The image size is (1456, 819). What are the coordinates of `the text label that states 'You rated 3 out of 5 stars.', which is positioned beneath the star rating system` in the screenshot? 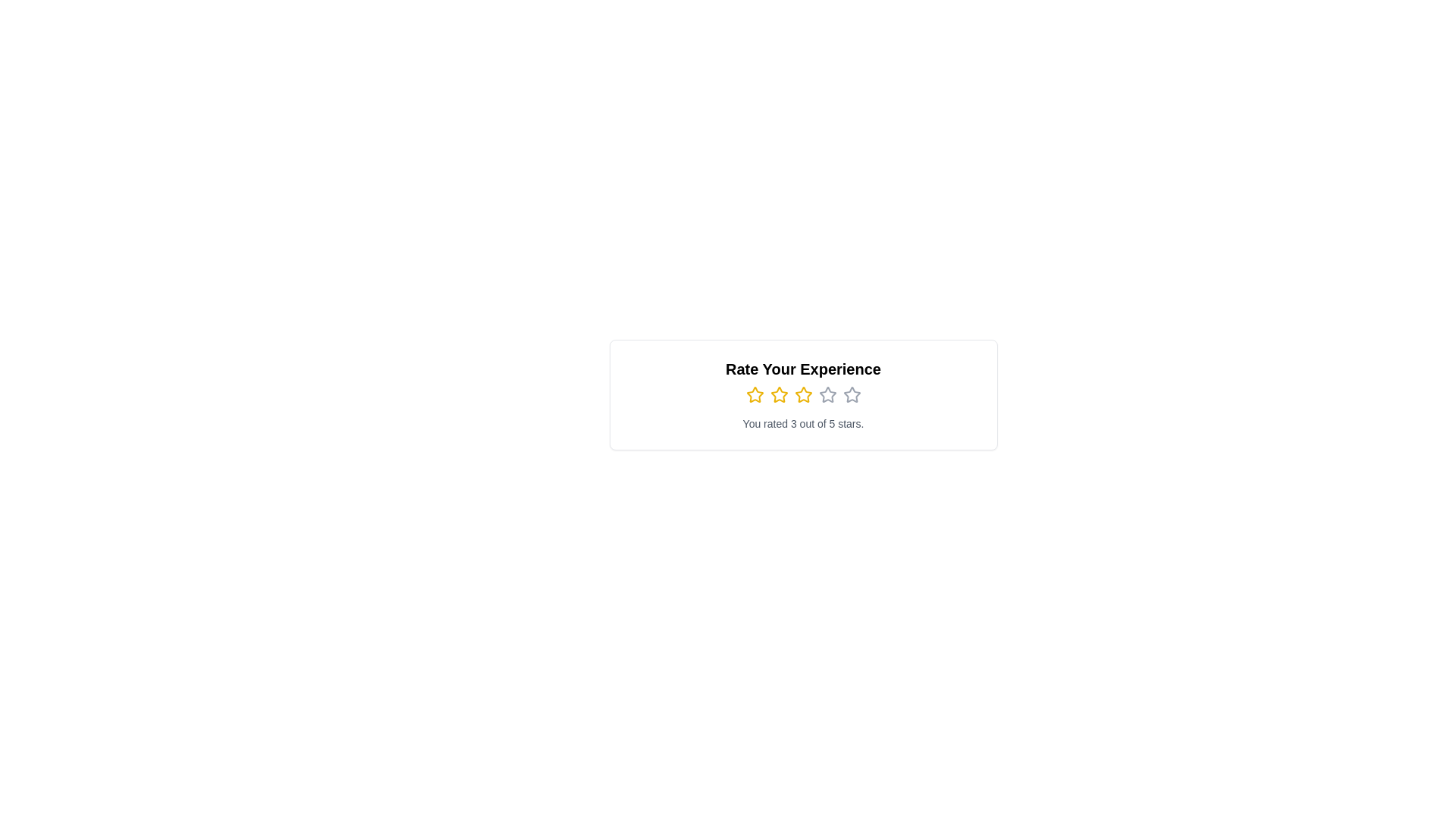 It's located at (802, 424).